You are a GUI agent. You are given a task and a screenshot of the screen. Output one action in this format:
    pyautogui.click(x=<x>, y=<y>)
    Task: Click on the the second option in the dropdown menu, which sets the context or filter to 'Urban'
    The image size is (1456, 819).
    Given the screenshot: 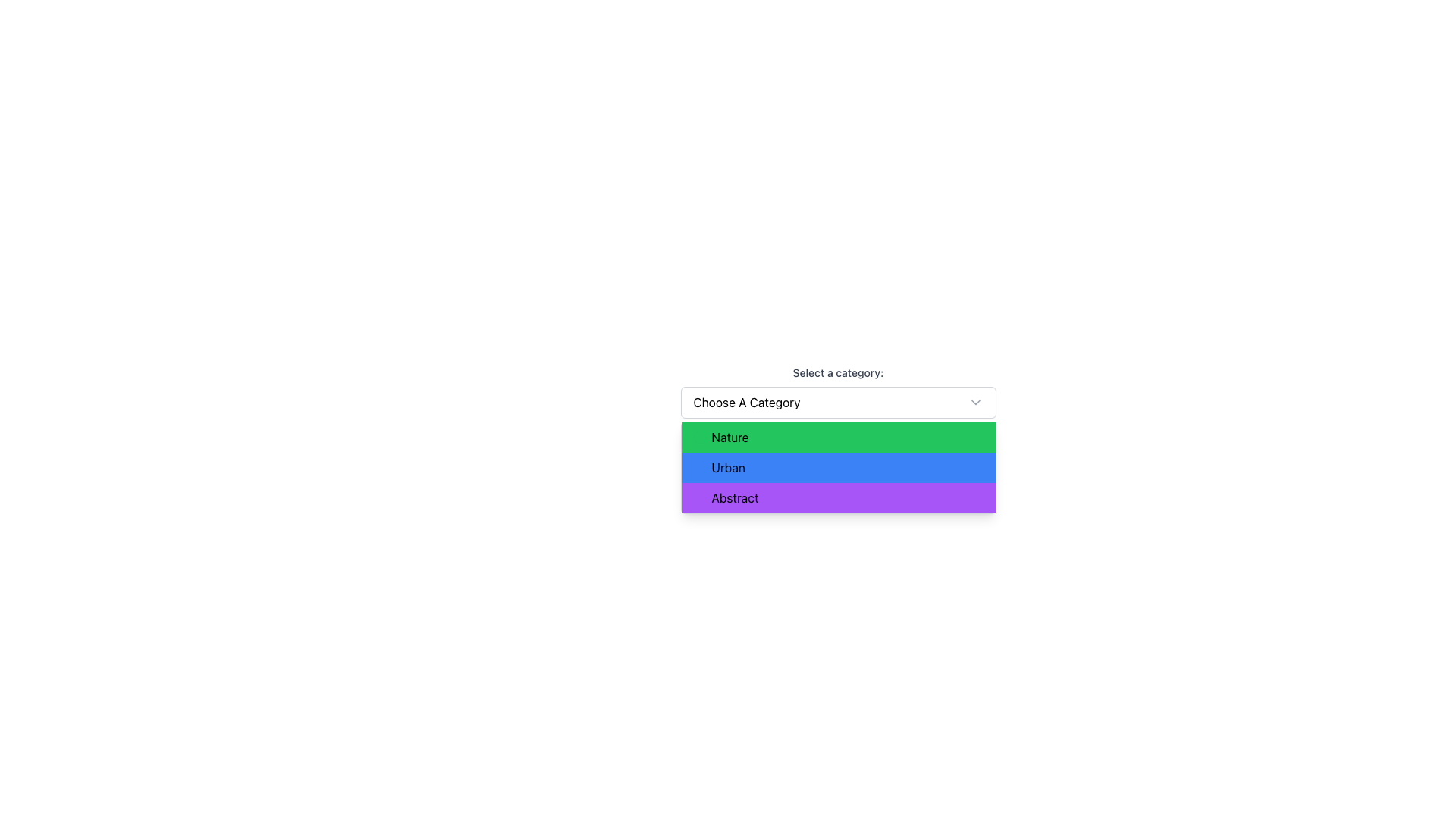 What is the action you would take?
    pyautogui.click(x=837, y=467)
    